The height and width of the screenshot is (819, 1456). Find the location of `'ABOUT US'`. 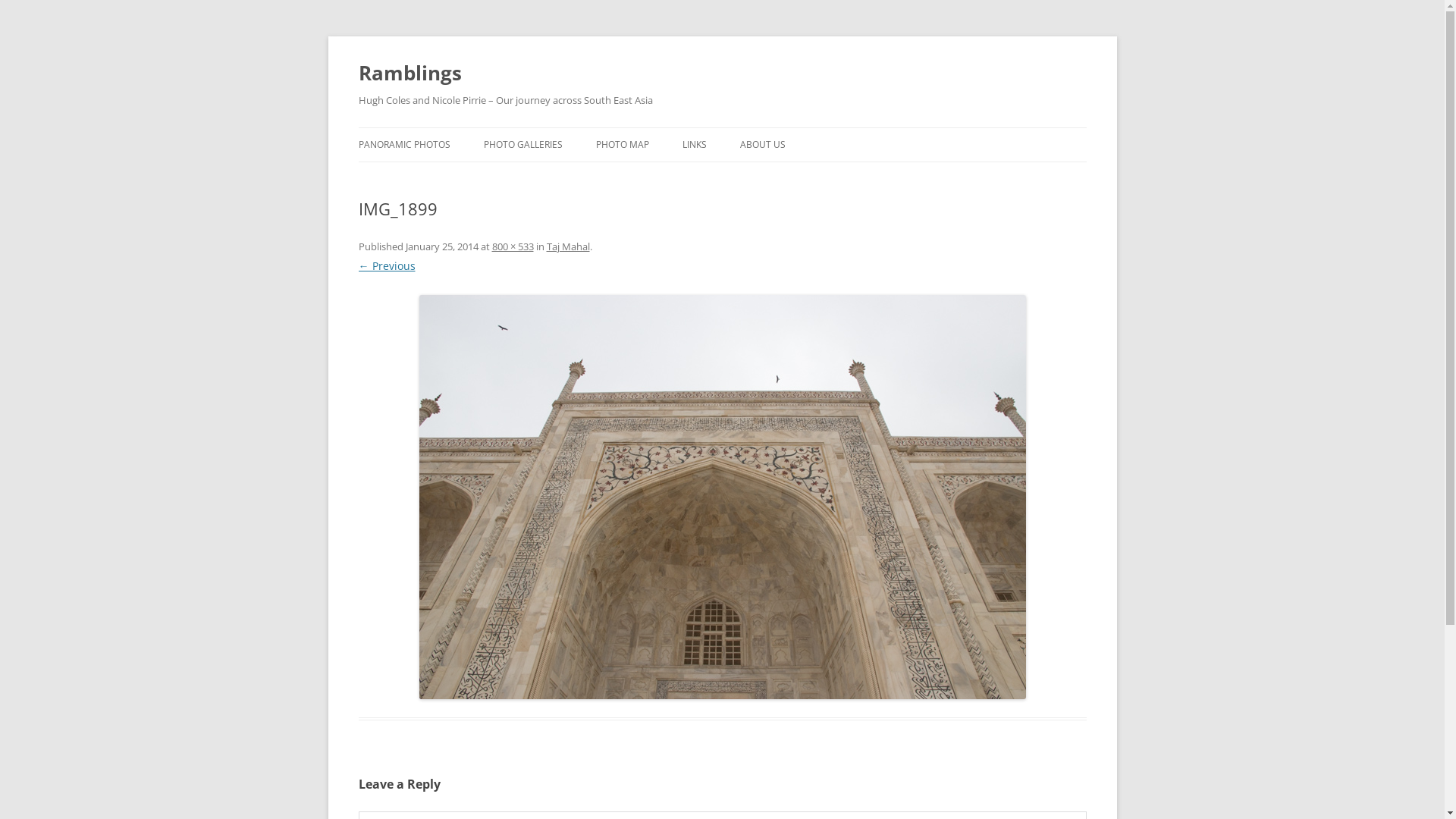

'ABOUT US' is located at coordinates (763, 145).